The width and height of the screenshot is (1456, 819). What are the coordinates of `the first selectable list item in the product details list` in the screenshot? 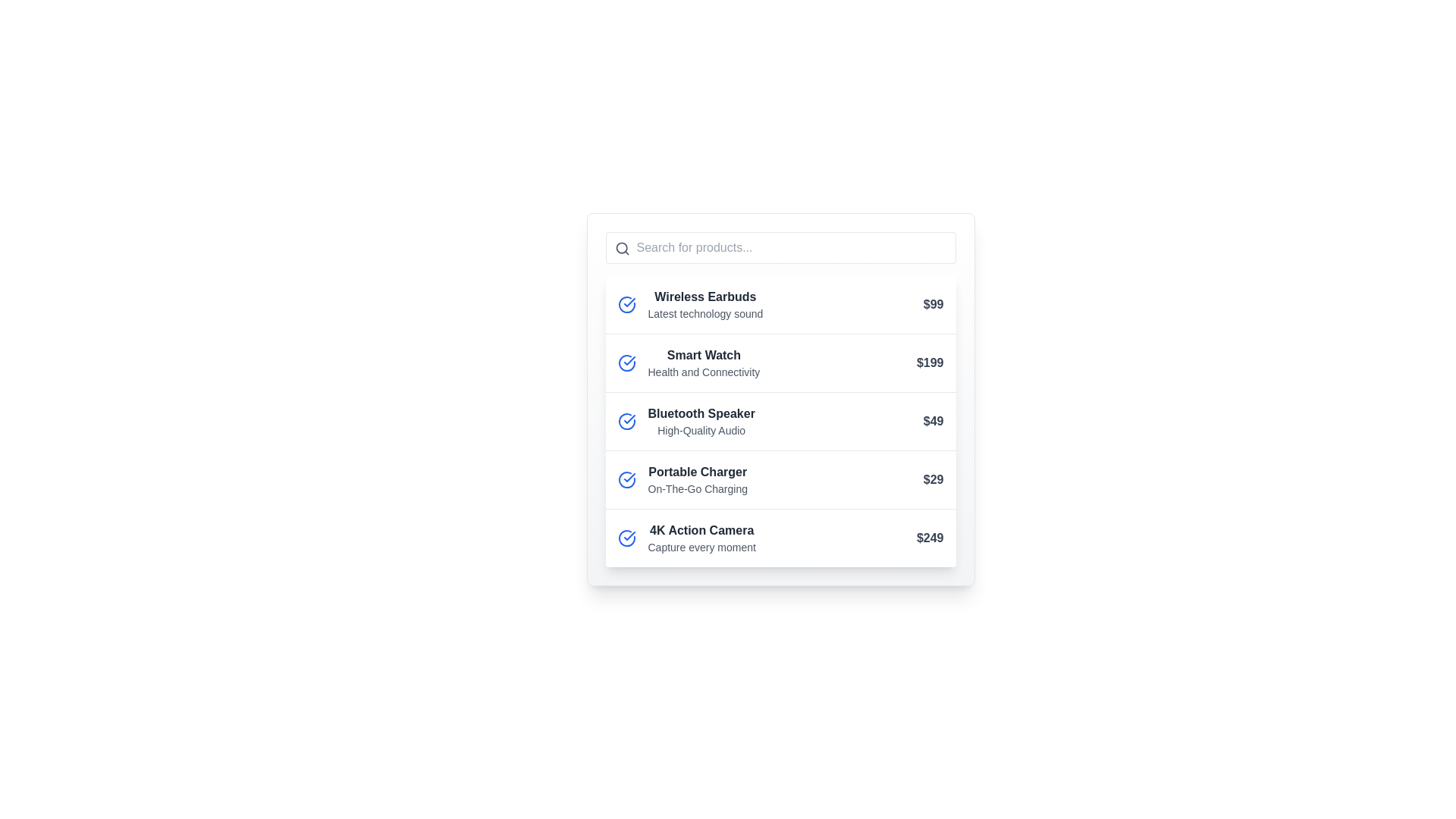 It's located at (780, 304).